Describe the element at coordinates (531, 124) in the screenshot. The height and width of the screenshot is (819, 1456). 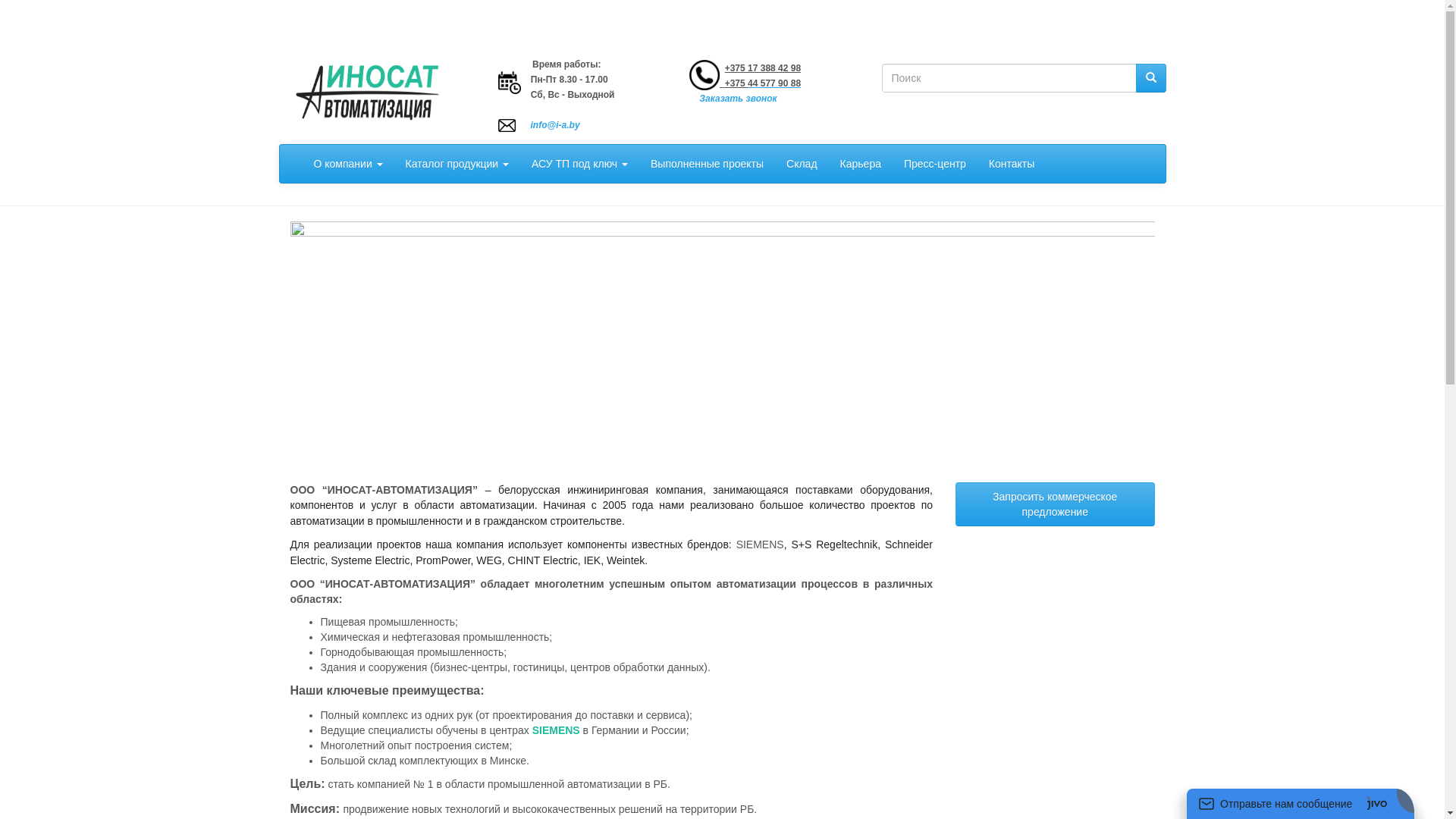
I see `'info@i-a.by'` at that location.